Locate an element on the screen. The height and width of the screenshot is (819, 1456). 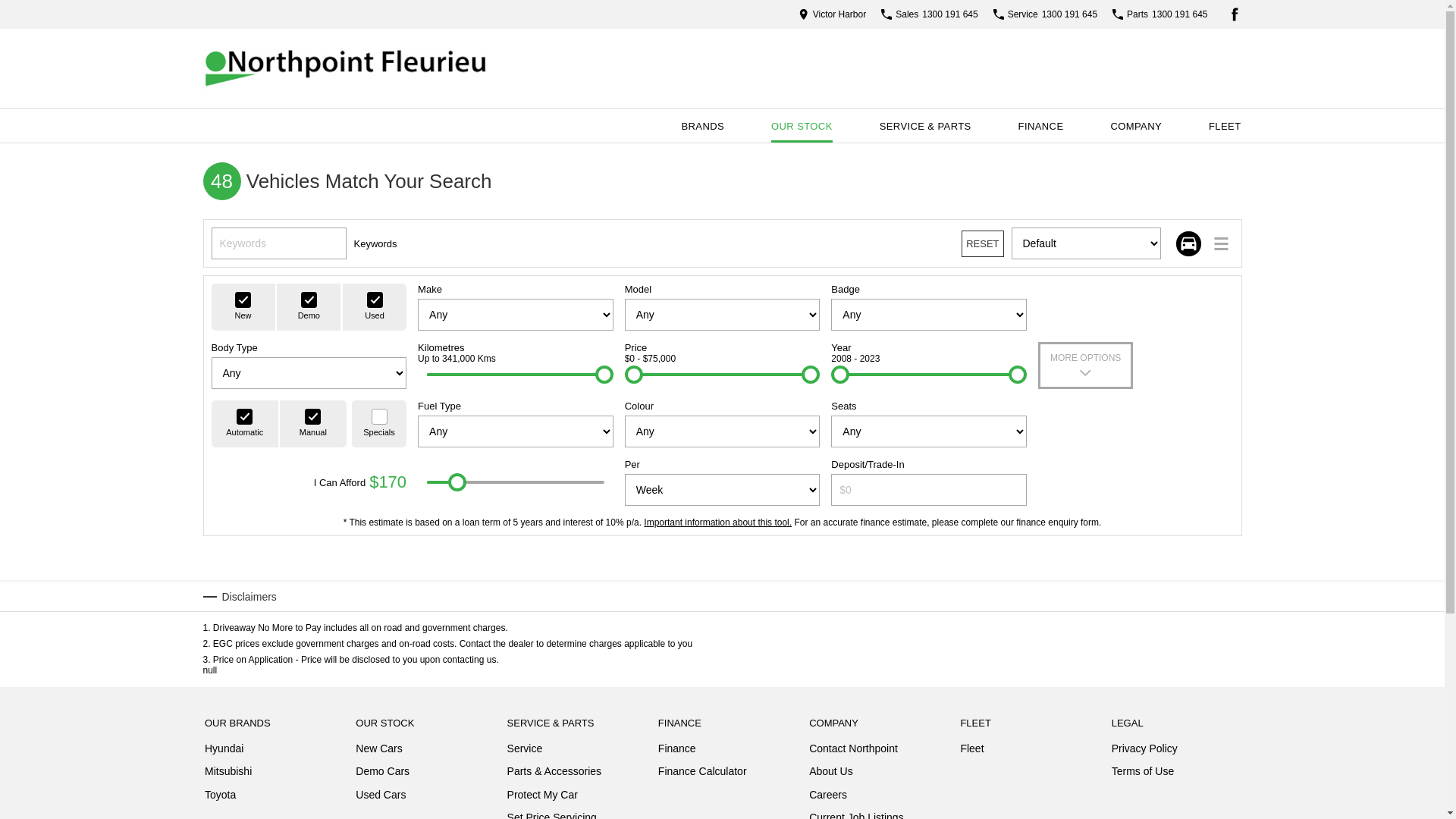
'Careers' is located at coordinates (827, 797).